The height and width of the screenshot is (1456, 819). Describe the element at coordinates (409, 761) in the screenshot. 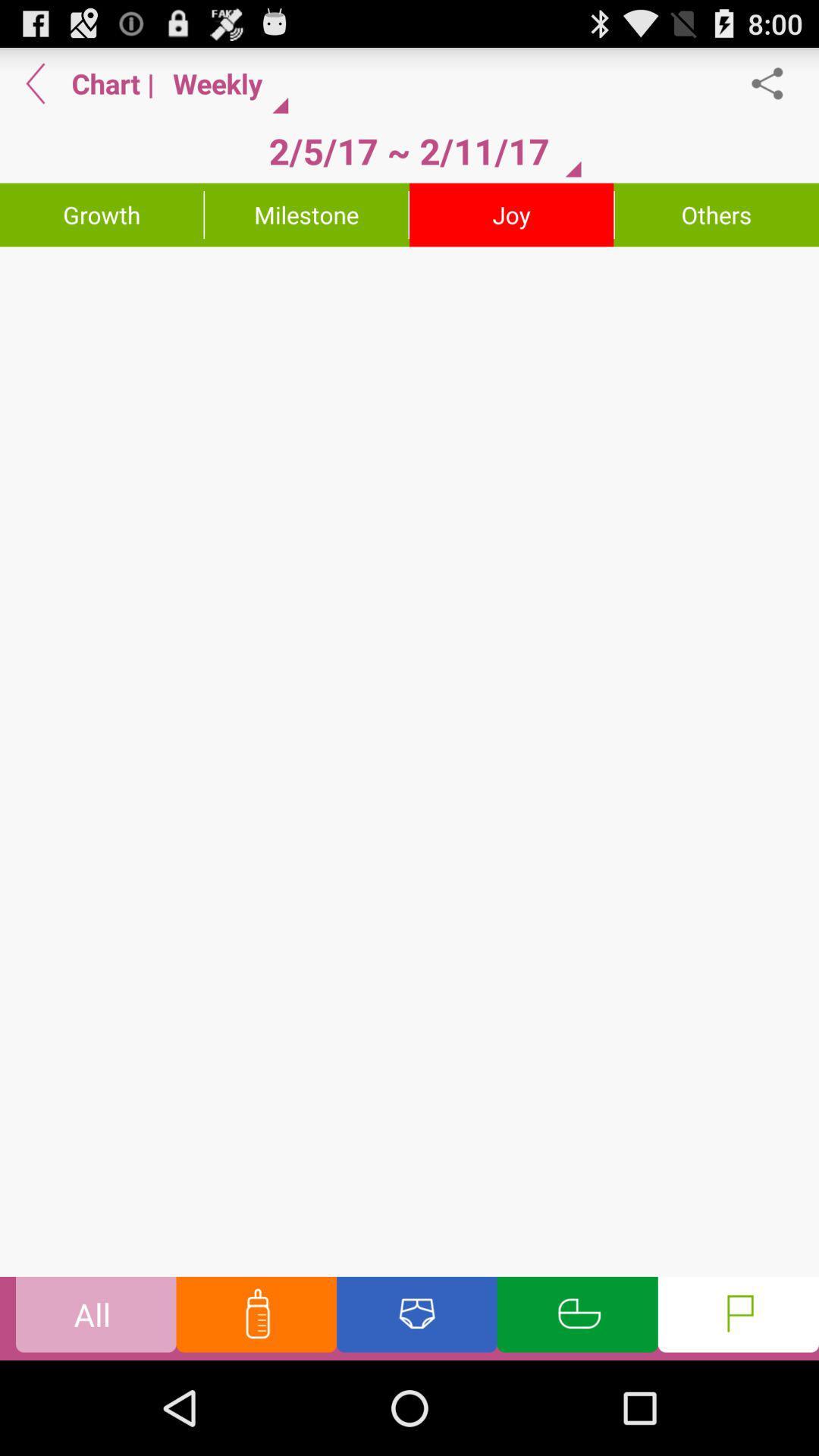

I see `write` at that location.